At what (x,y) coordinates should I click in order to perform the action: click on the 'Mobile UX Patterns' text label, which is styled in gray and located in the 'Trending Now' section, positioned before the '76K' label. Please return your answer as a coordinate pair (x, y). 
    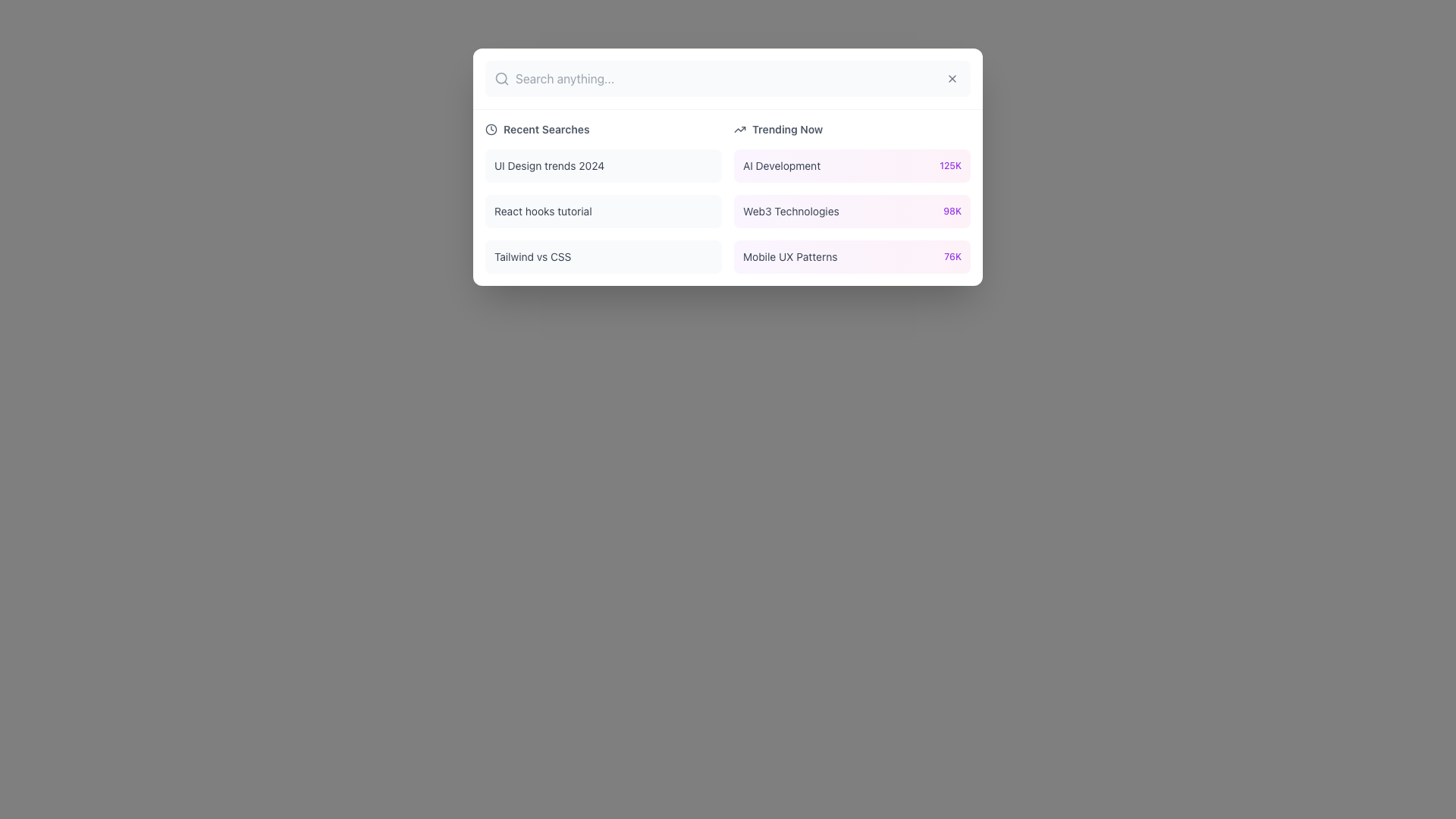
    Looking at the image, I should click on (789, 256).